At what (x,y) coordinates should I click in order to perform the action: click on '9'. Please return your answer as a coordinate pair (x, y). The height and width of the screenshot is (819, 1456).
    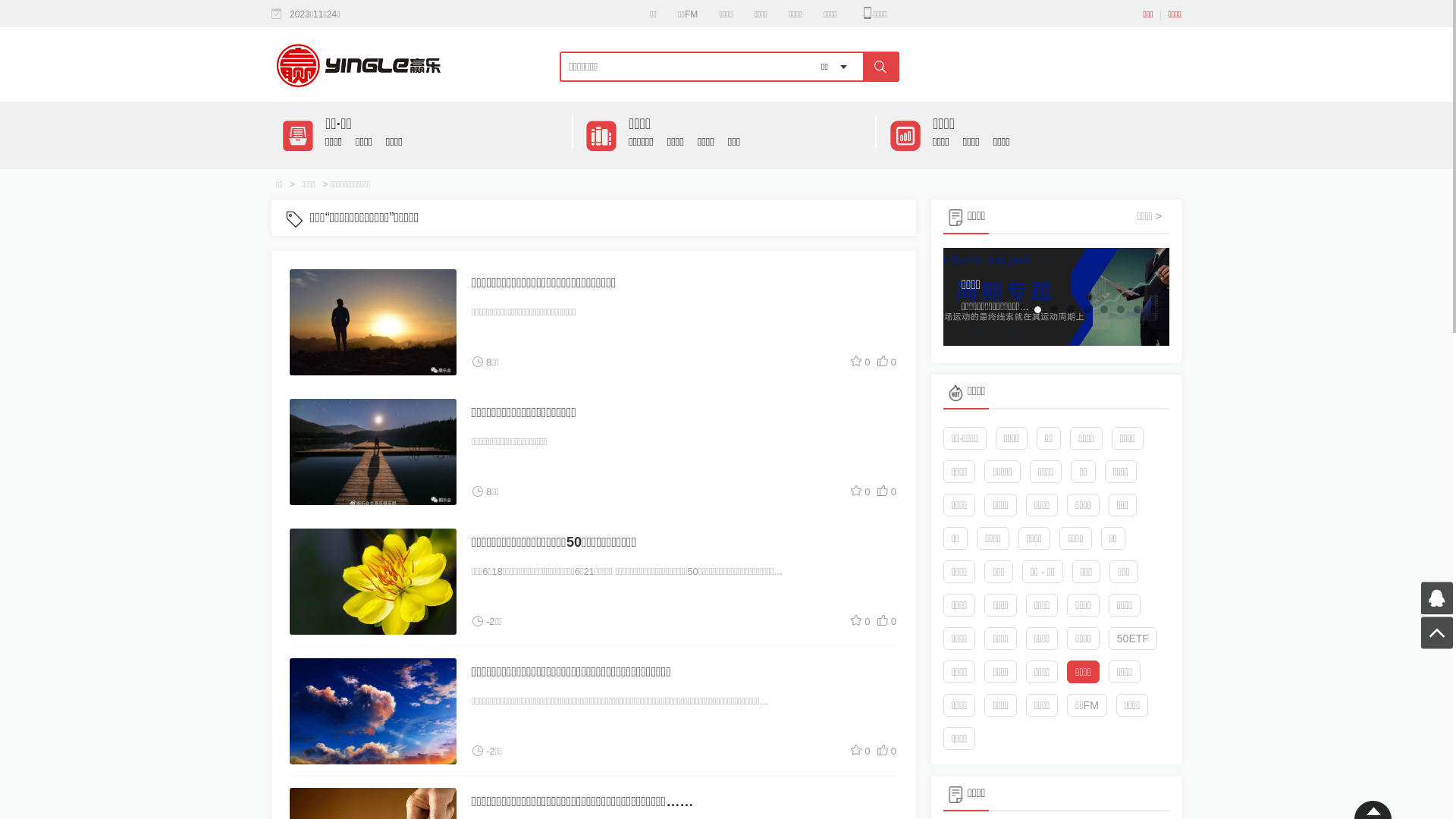
    Looking at the image, I should click on (1103, 309).